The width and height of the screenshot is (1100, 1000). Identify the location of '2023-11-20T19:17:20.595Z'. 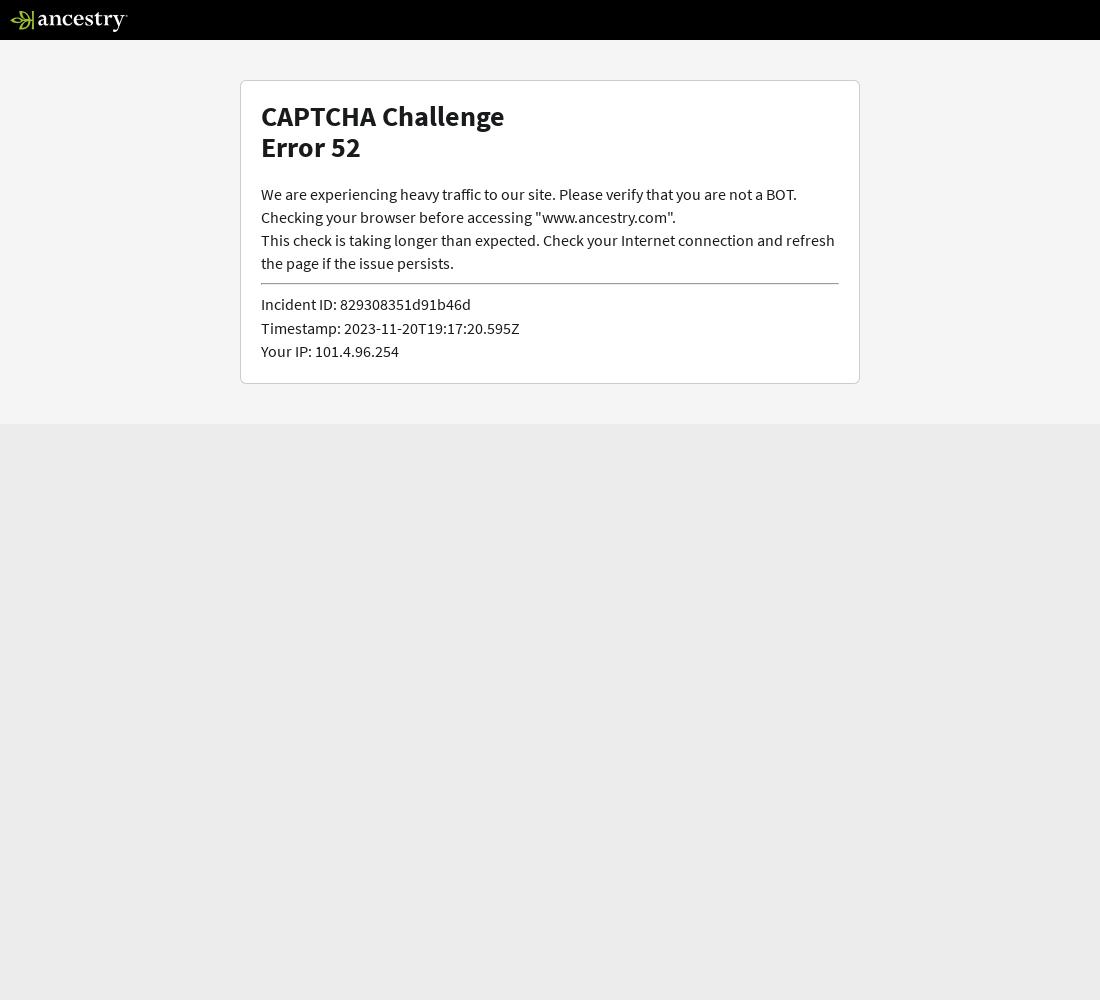
(342, 326).